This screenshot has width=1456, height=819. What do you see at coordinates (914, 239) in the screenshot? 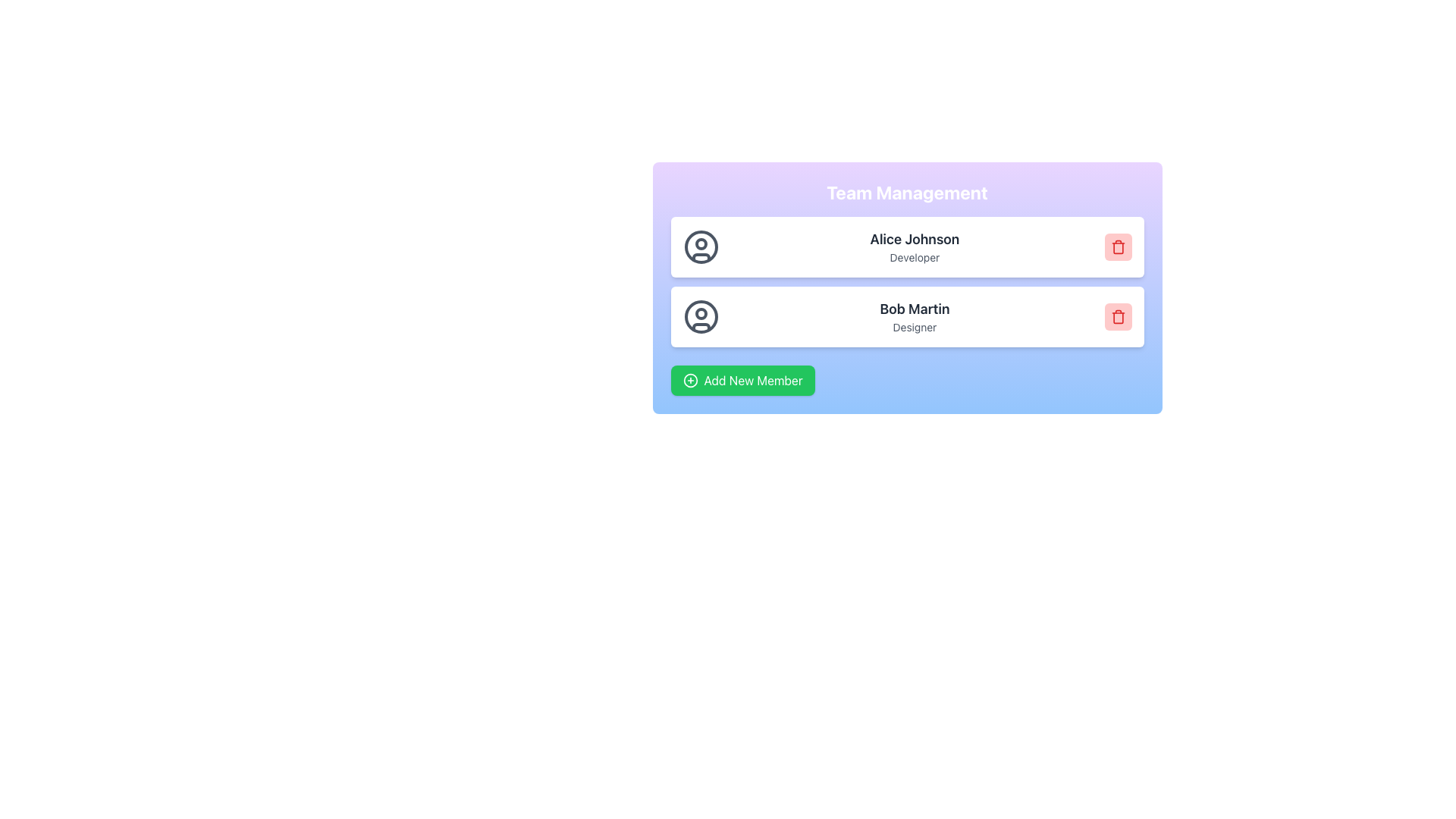
I see `the text label displaying 'Alice Johnson', which is located at the top of the user's profile card in the Team Management section` at bounding box center [914, 239].